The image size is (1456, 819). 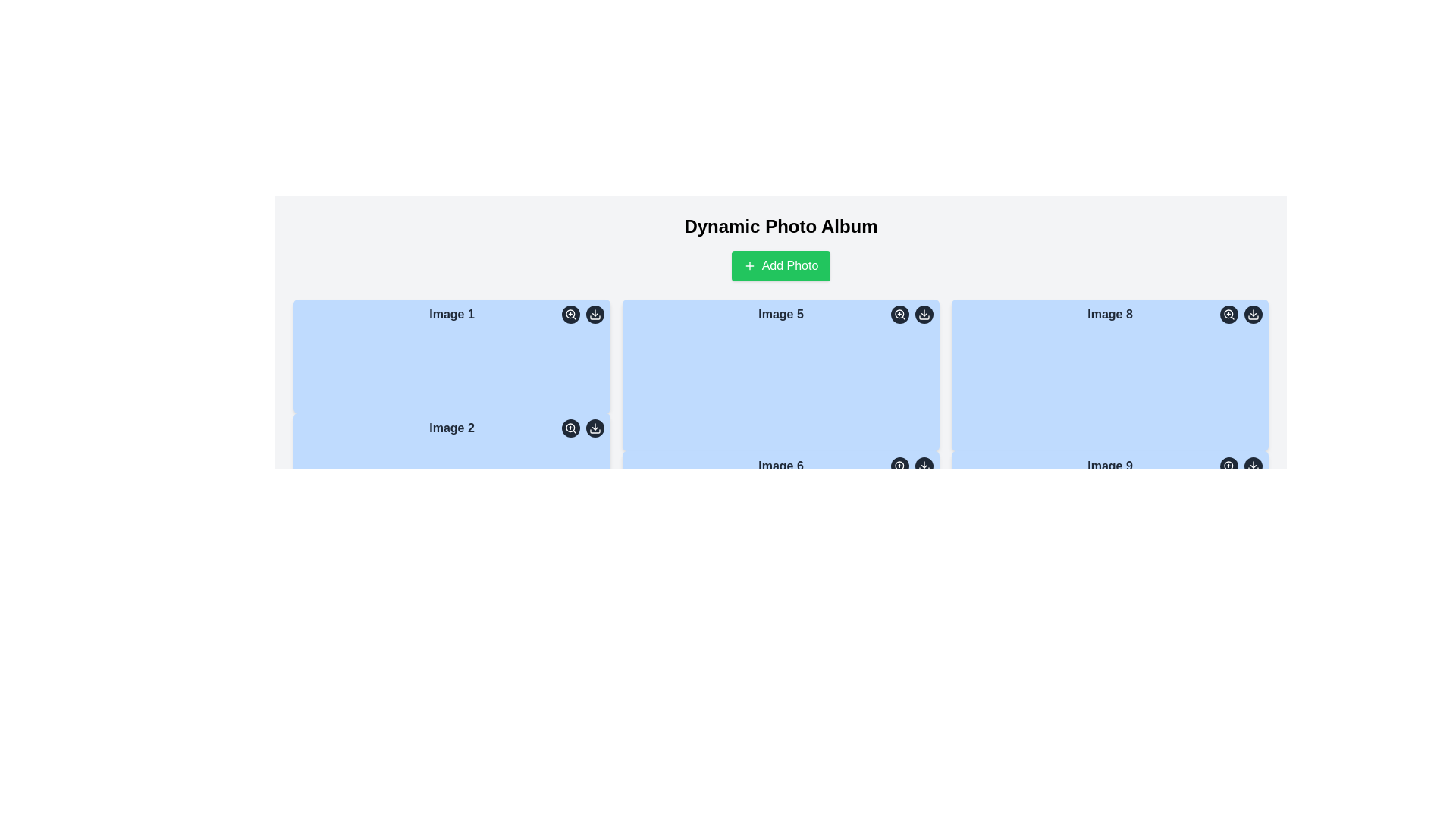 What do you see at coordinates (595, 428) in the screenshot?
I see `the download icon button located at the bottom-right corner of the 'Image 2' card` at bounding box center [595, 428].